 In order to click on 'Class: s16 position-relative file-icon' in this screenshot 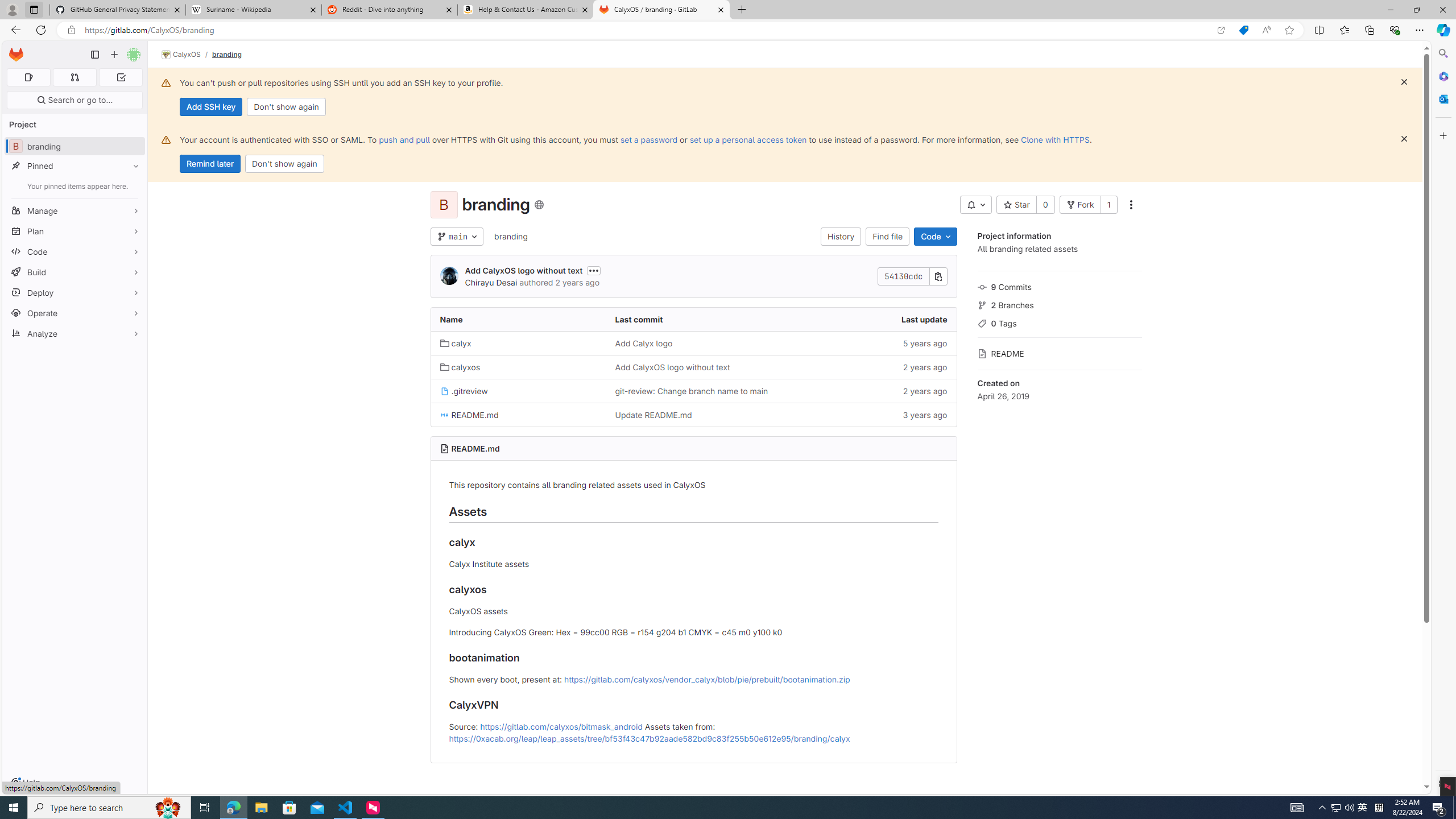, I will do `click(445, 414)`.